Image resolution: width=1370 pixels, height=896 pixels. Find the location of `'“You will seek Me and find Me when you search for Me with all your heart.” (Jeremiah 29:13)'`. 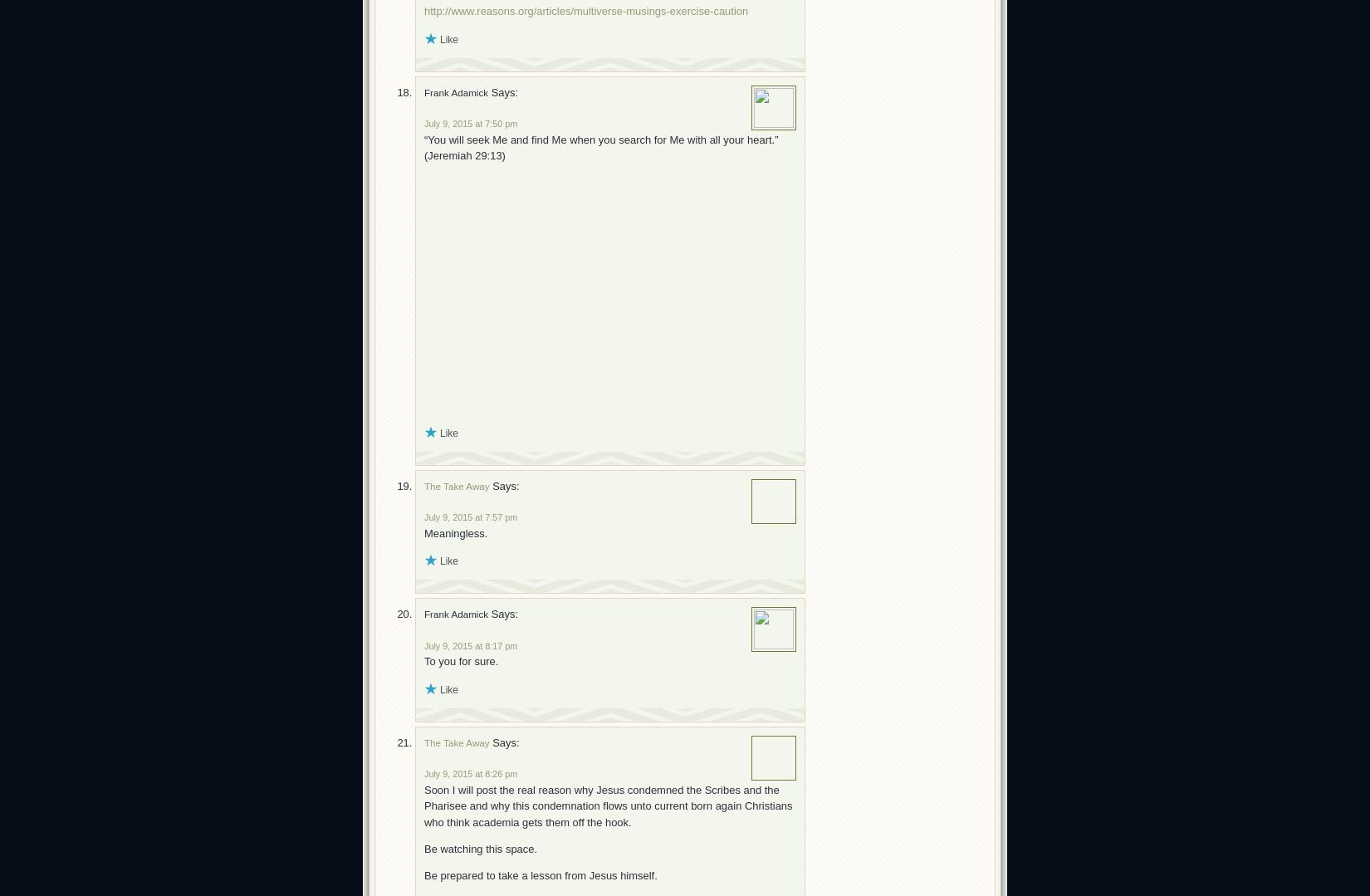

'“You will seek Me and find Me when you search for Me with all your heart.” (Jeremiah 29:13)' is located at coordinates (600, 147).